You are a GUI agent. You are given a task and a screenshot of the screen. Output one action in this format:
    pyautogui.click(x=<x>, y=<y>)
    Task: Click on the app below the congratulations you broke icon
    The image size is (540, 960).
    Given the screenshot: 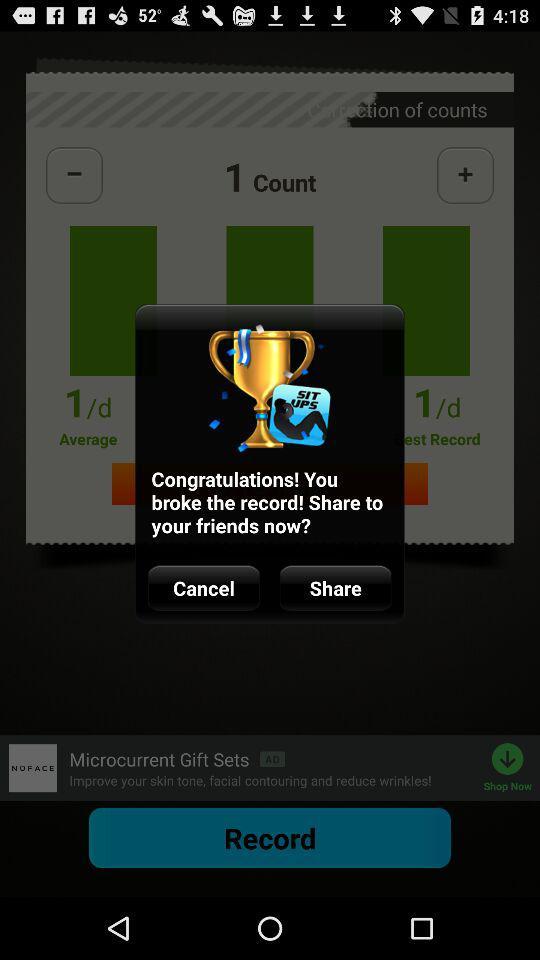 What is the action you would take?
    pyautogui.click(x=203, y=588)
    